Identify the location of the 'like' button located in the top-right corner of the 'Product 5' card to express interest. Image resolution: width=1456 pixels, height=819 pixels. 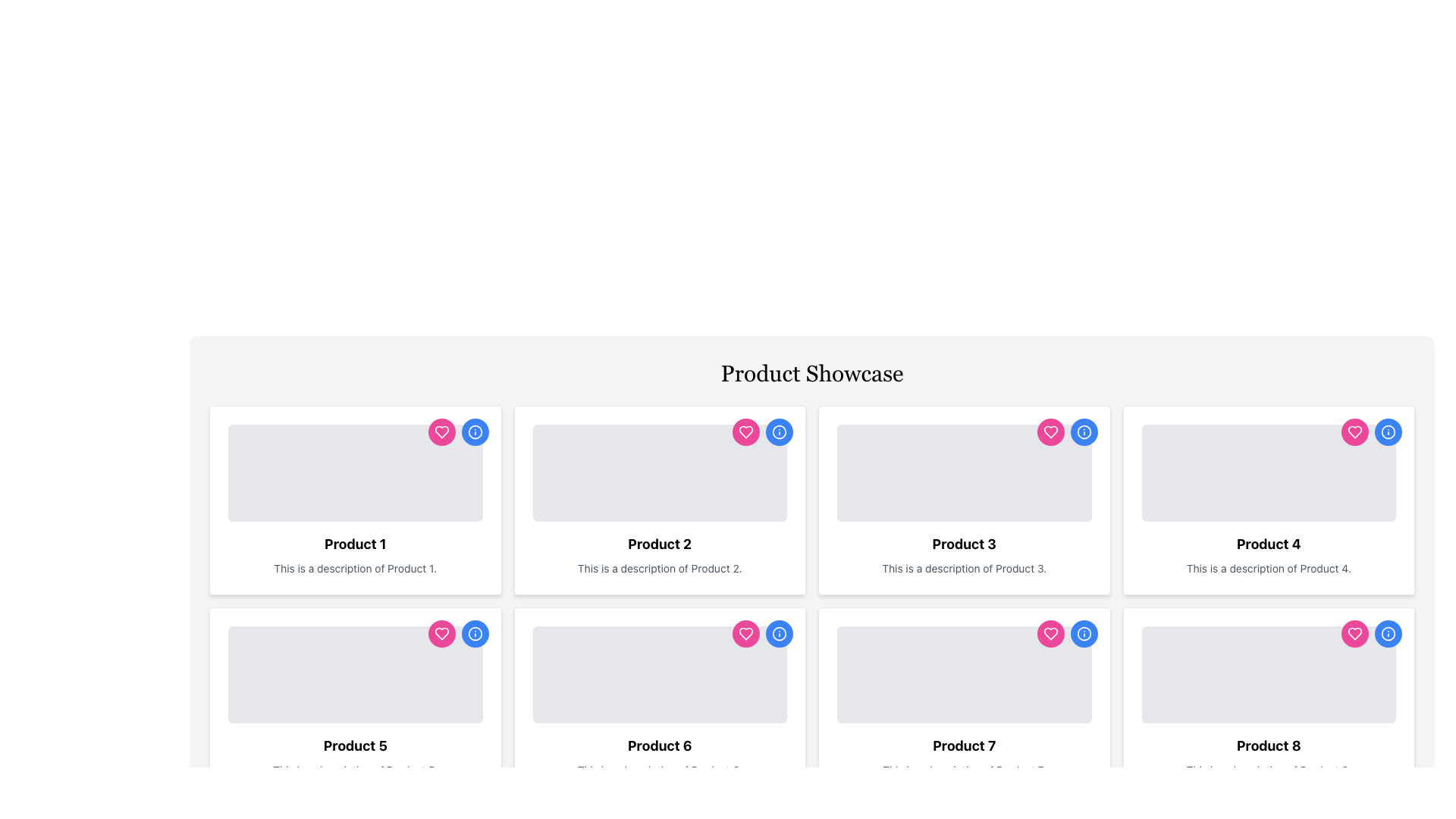
(441, 634).